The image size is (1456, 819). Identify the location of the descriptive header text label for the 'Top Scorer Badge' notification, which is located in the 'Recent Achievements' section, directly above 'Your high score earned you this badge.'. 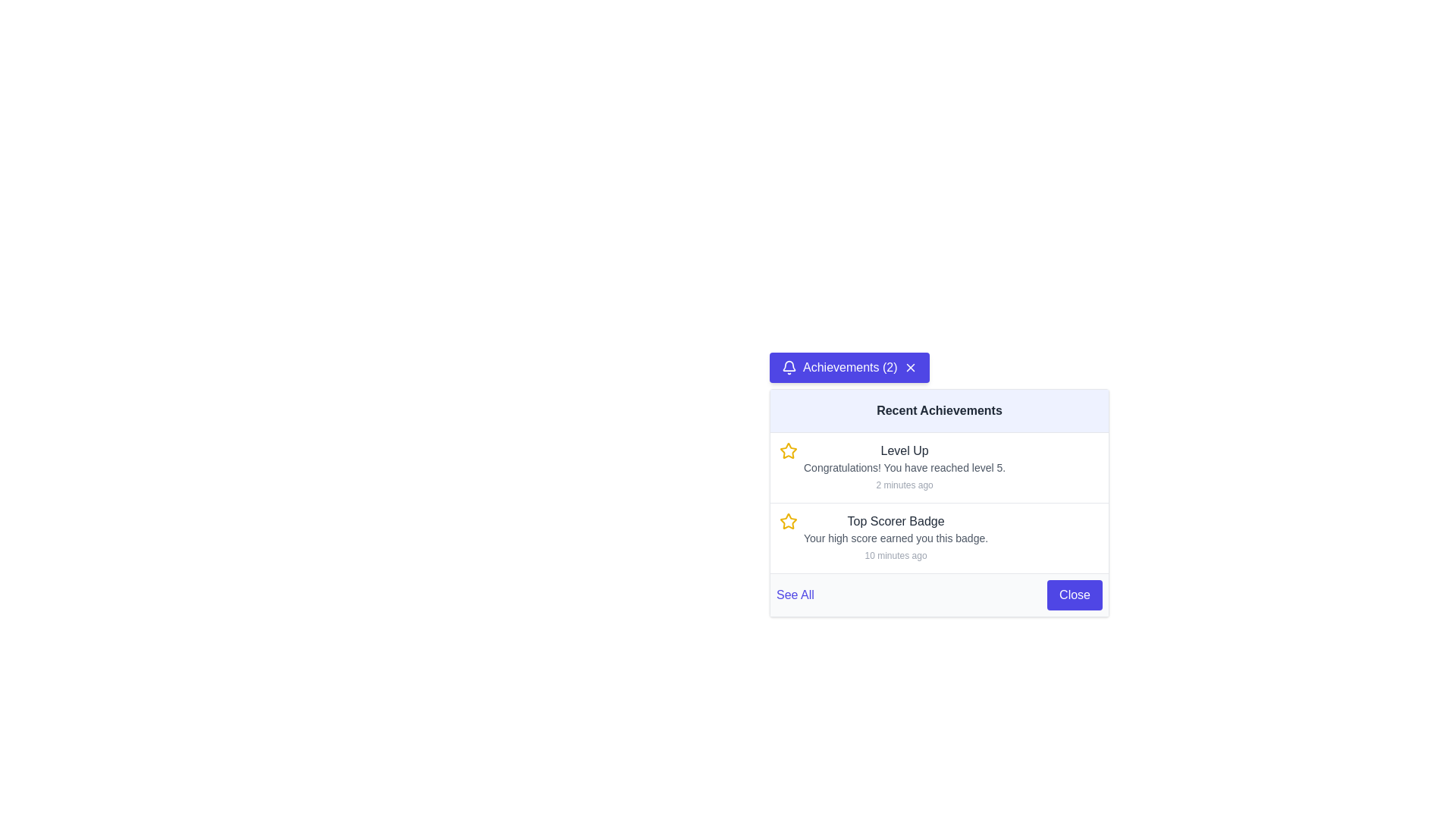
(896, 520).